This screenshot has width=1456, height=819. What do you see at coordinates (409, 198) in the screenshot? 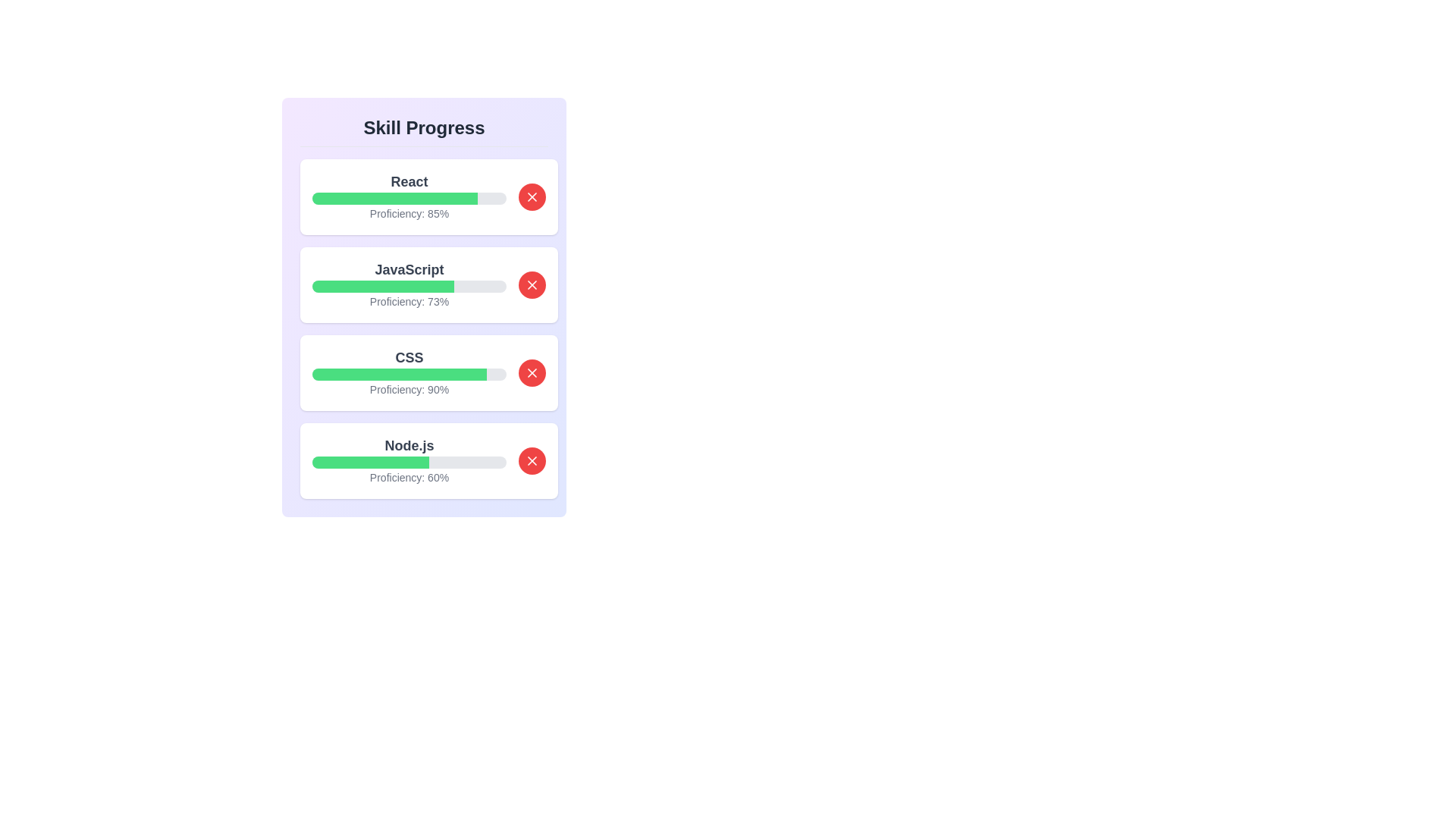
I see `the progress bar for the skill 'React'` at bounding box center [409, 198].